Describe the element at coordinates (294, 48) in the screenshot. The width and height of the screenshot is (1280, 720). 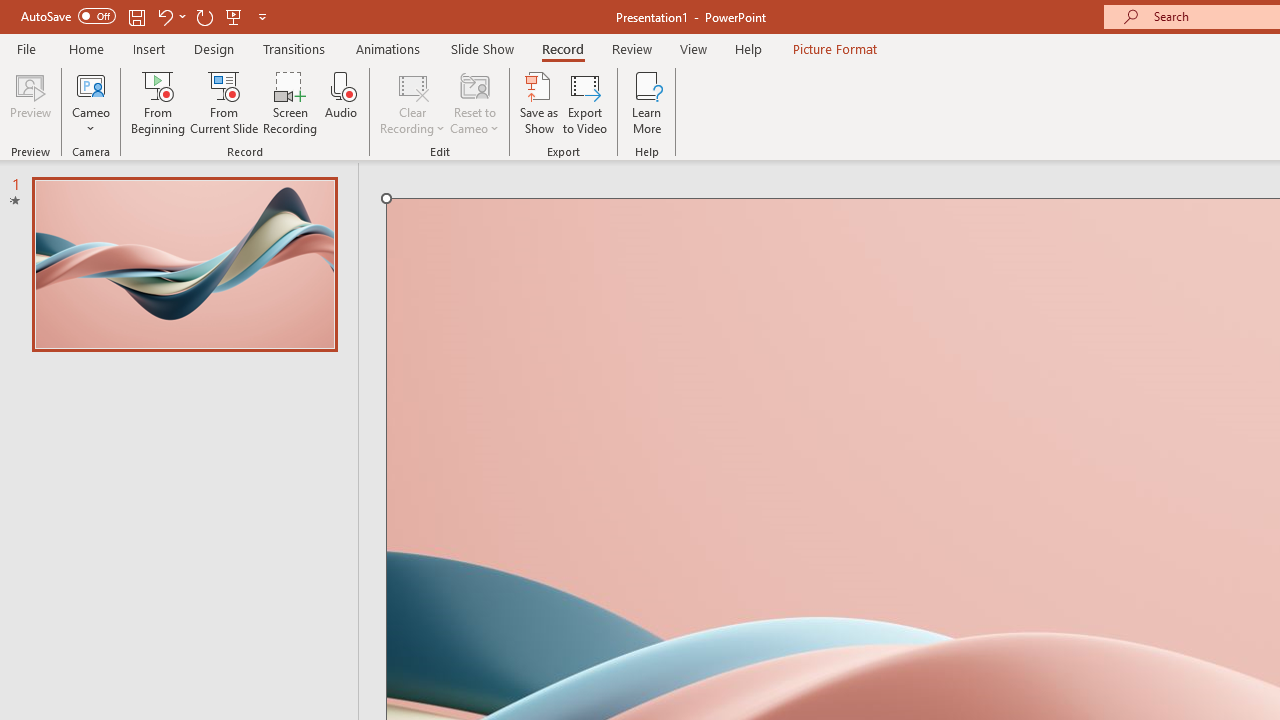
I see `'Transitions'` at that location.